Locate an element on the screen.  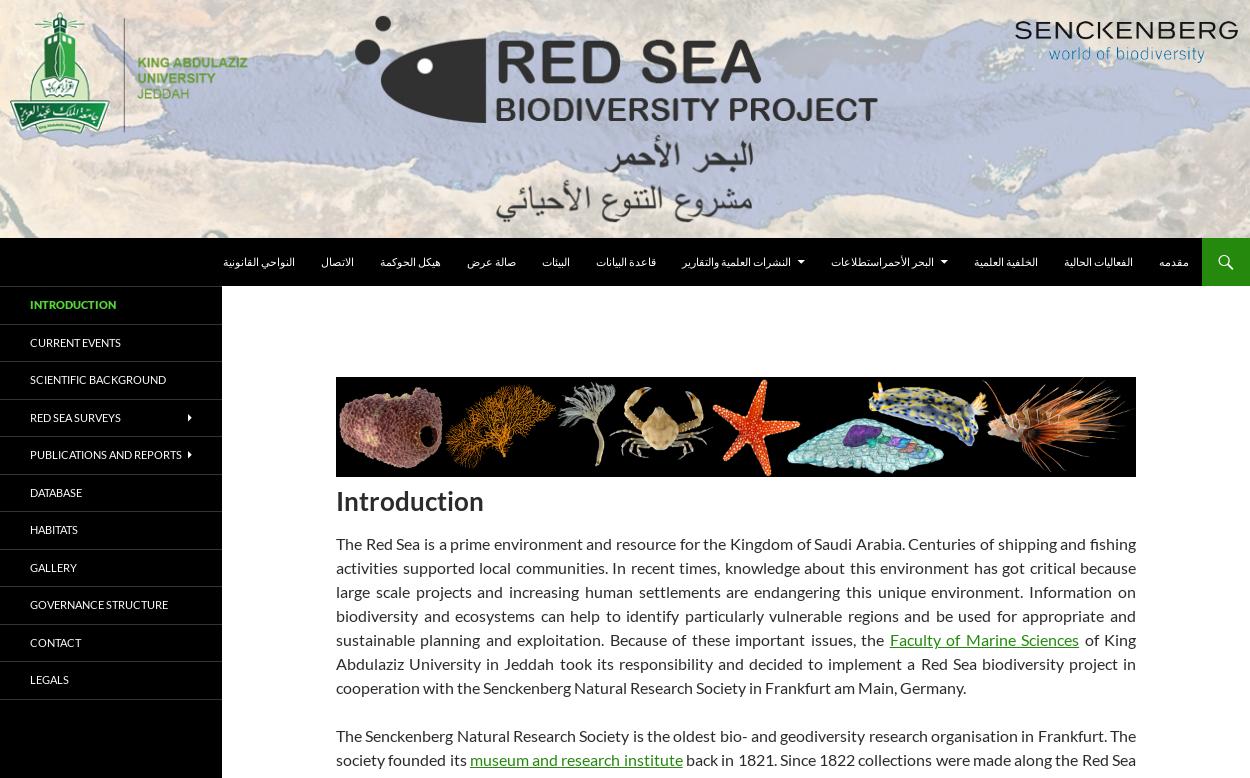
'Publications and Reports' is located at coordinates (105, 454).